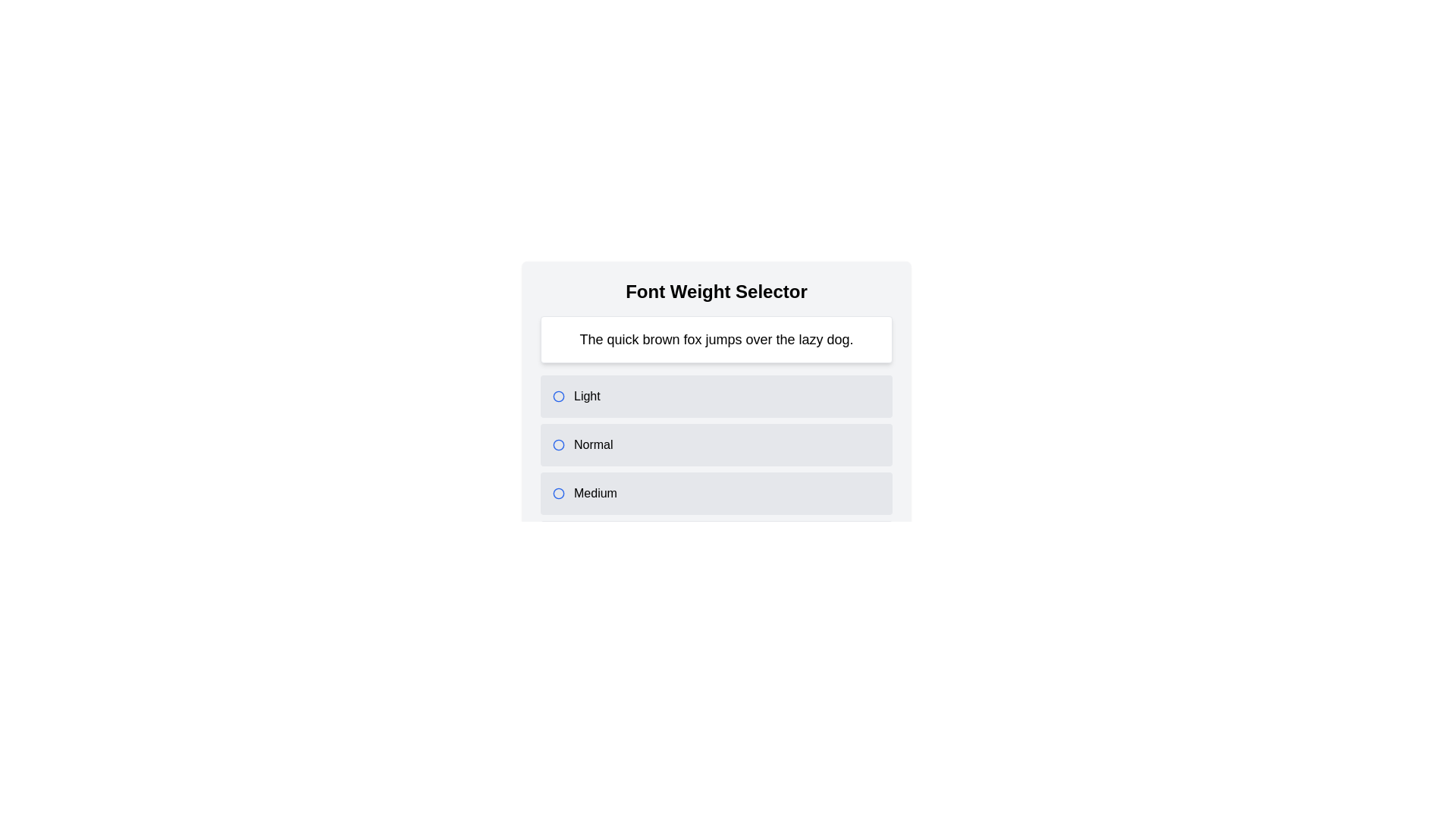  I want to click on the 'Normal' font weight radio button indicator, so click(558, 444).